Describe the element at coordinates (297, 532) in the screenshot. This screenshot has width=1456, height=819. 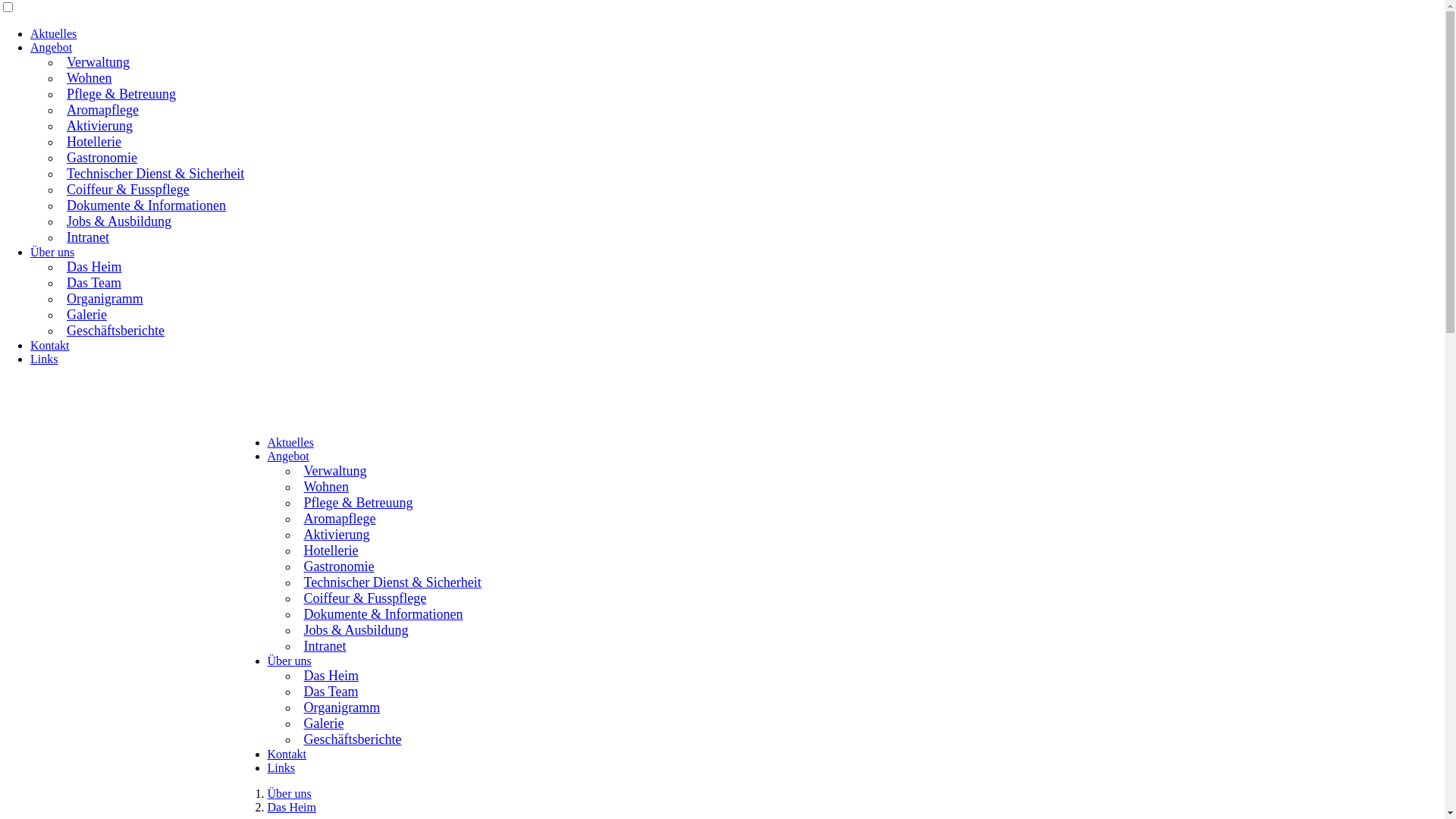
I see `'Aktivierung'` at that location.